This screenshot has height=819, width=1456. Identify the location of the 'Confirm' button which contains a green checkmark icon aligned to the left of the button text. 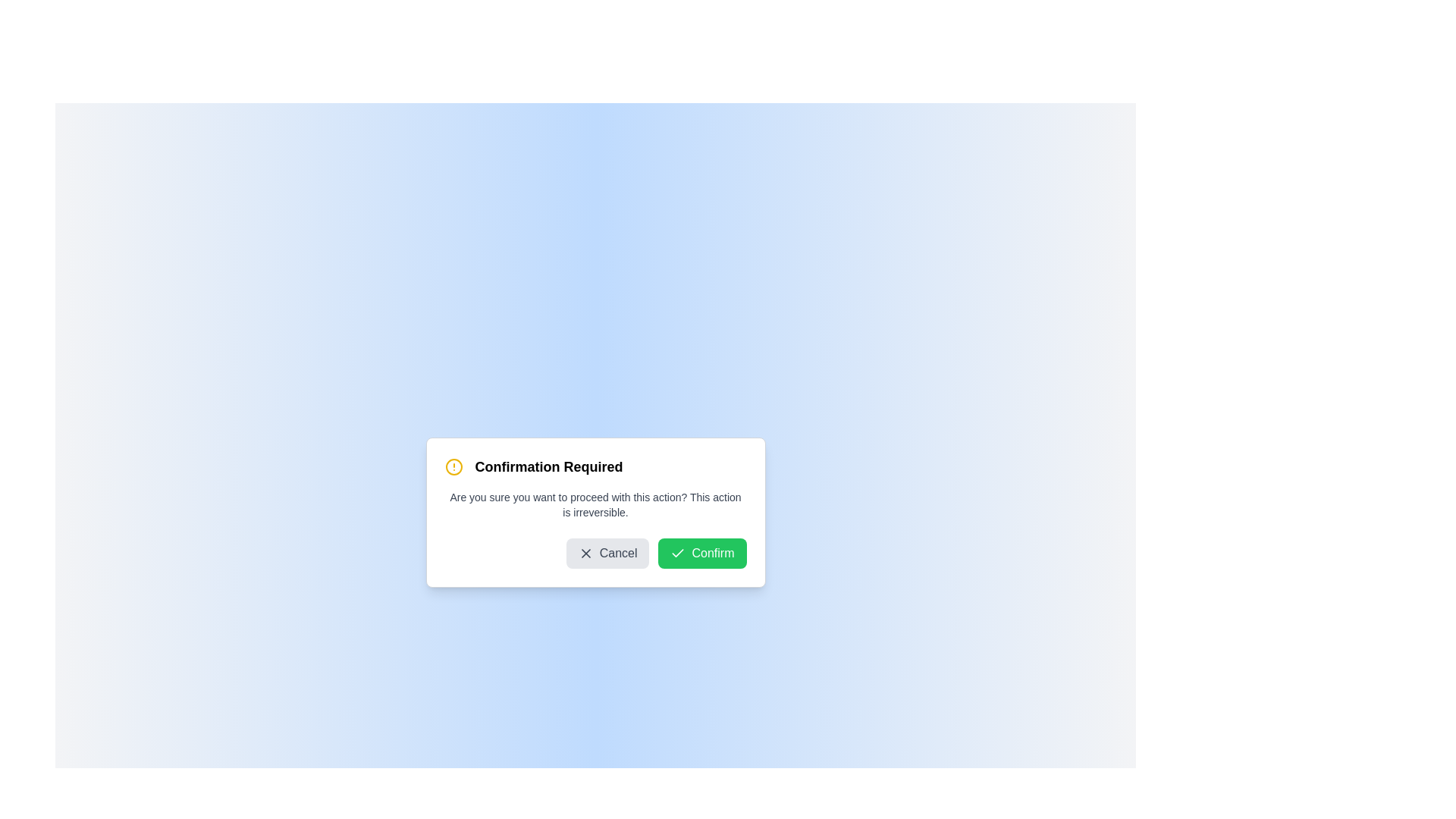
(677, 553).